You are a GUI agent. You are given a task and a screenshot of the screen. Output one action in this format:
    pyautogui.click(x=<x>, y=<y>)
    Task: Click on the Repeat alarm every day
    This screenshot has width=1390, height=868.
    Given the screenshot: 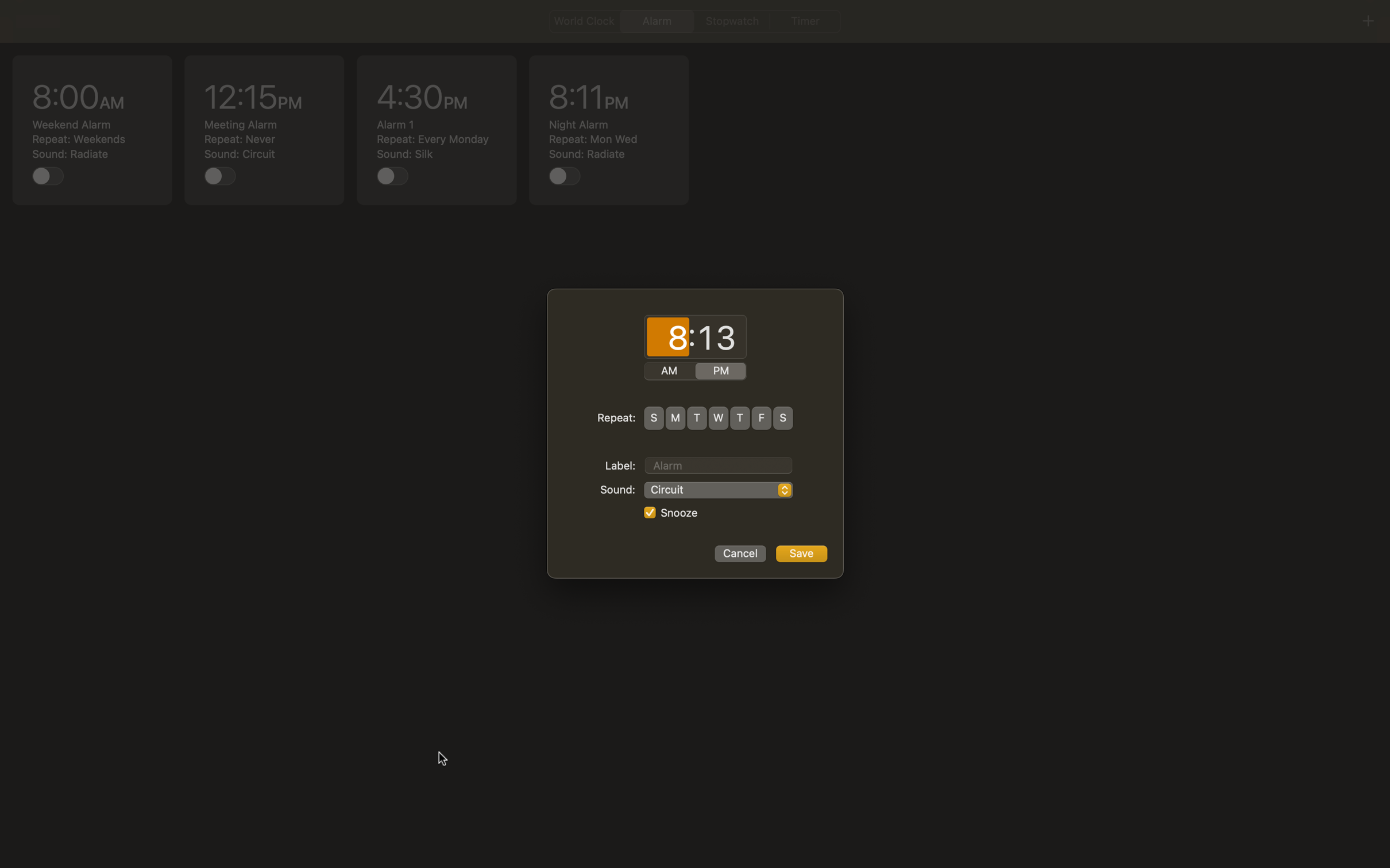 What is the action you would take?
    pyautogui.click(x=653, y=417)
    